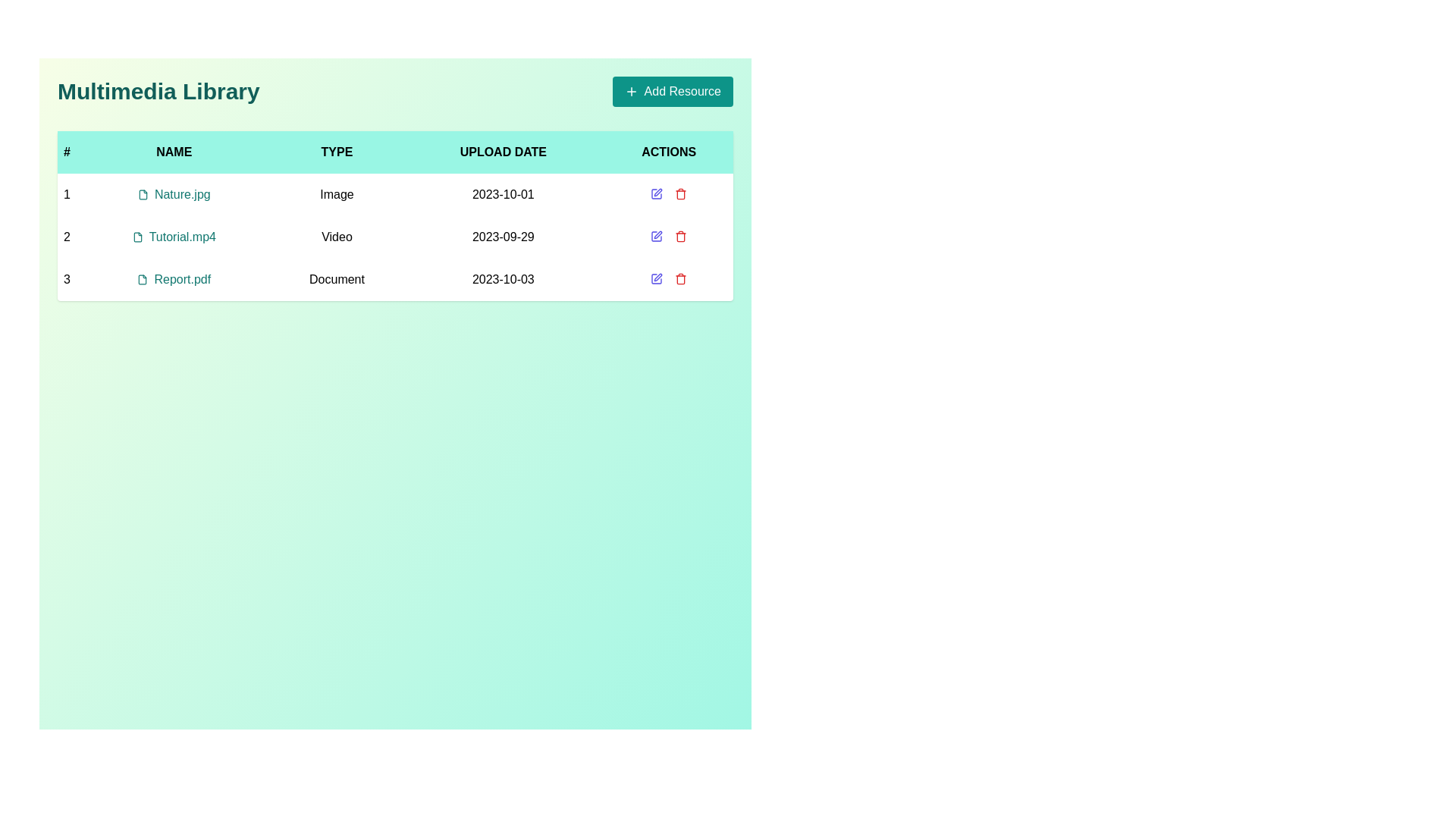  I want to click on the text label element displaying 'Video' located in the 'TYPE' column under the row labeled 'Tutorial.mp4', so click(336, 237).